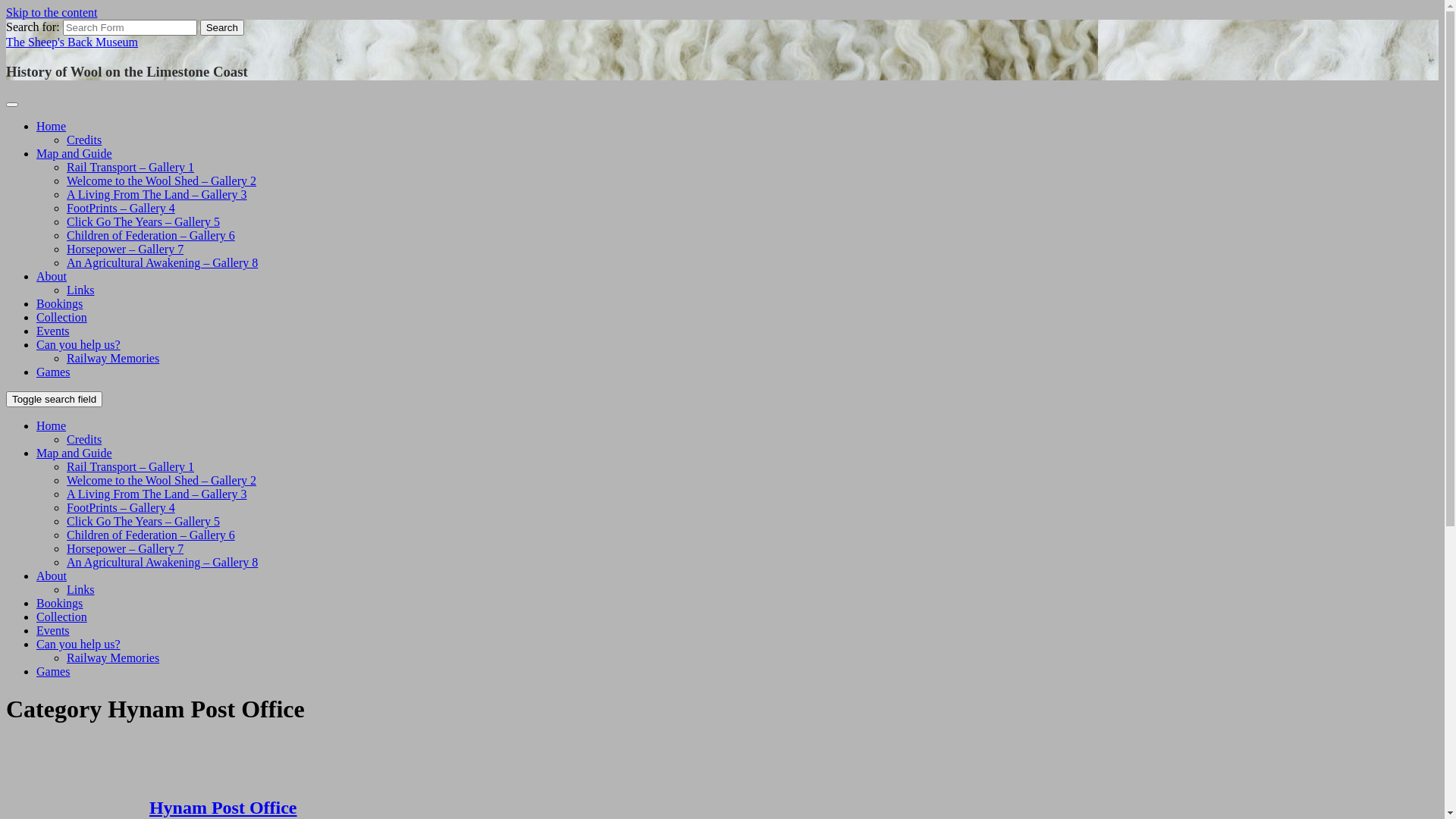 The height and width of the screenshot is (819, 1456). Describe the element at coordinates (61, 316) in the screenshot. I see `'Collection'` at that location.